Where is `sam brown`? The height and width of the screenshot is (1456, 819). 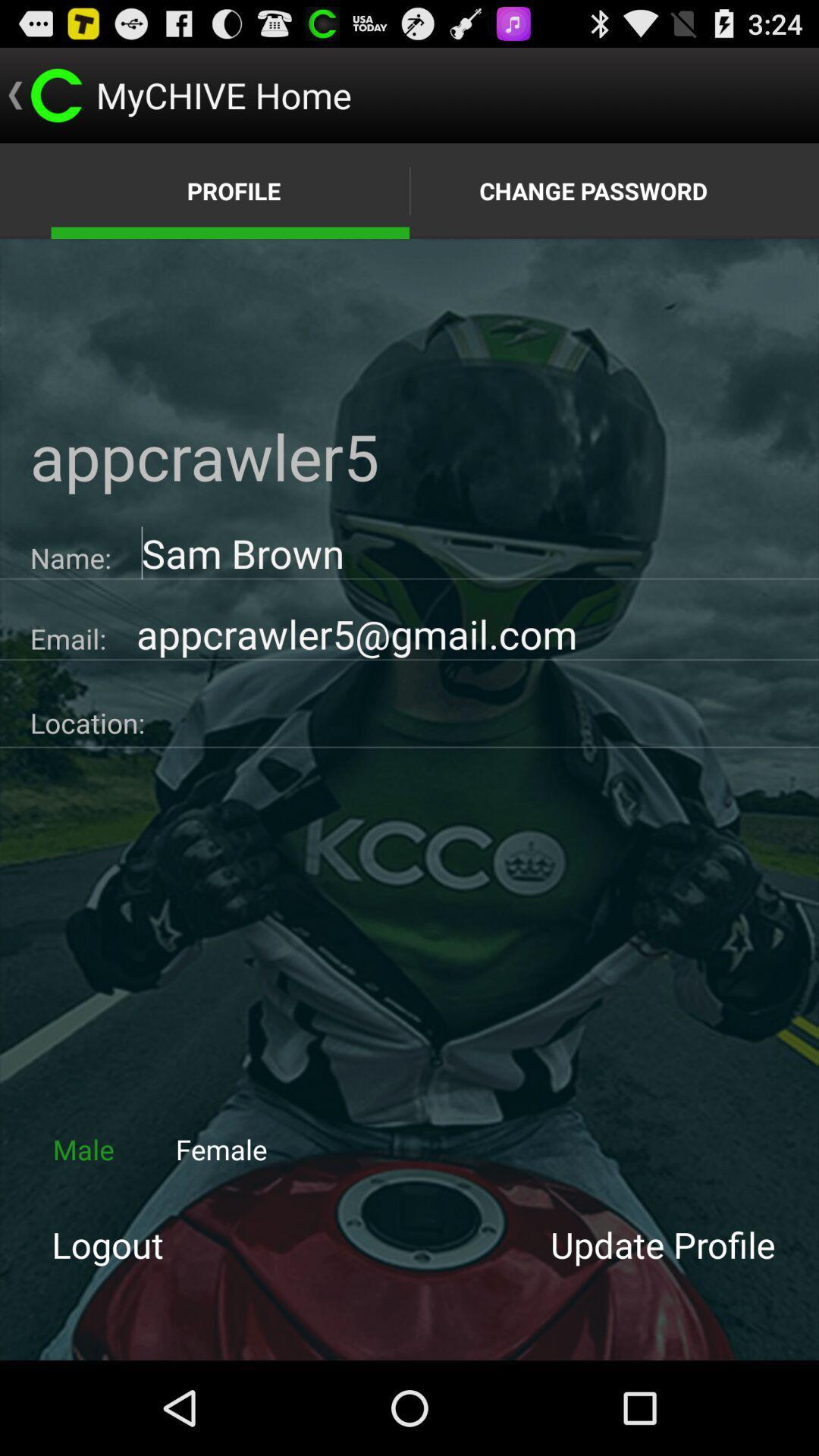 sam brown is located at coordinates (464, 552).